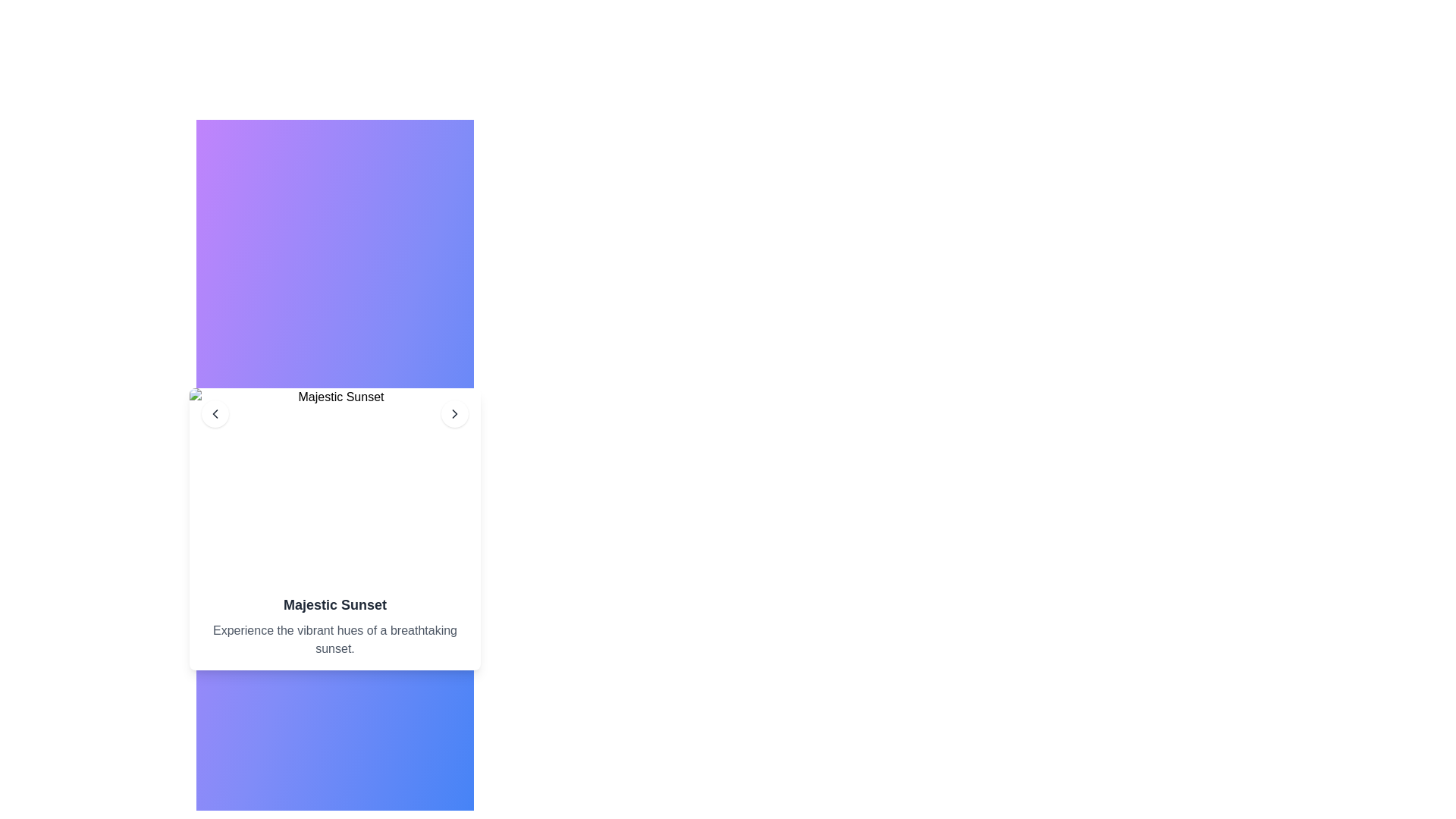  Describe the element at coordinates (334, 604) in the screenshot. I see `the bold headline text 'Majestic Sunset' that is styled with 'text-lg font-semibold'` at that location.